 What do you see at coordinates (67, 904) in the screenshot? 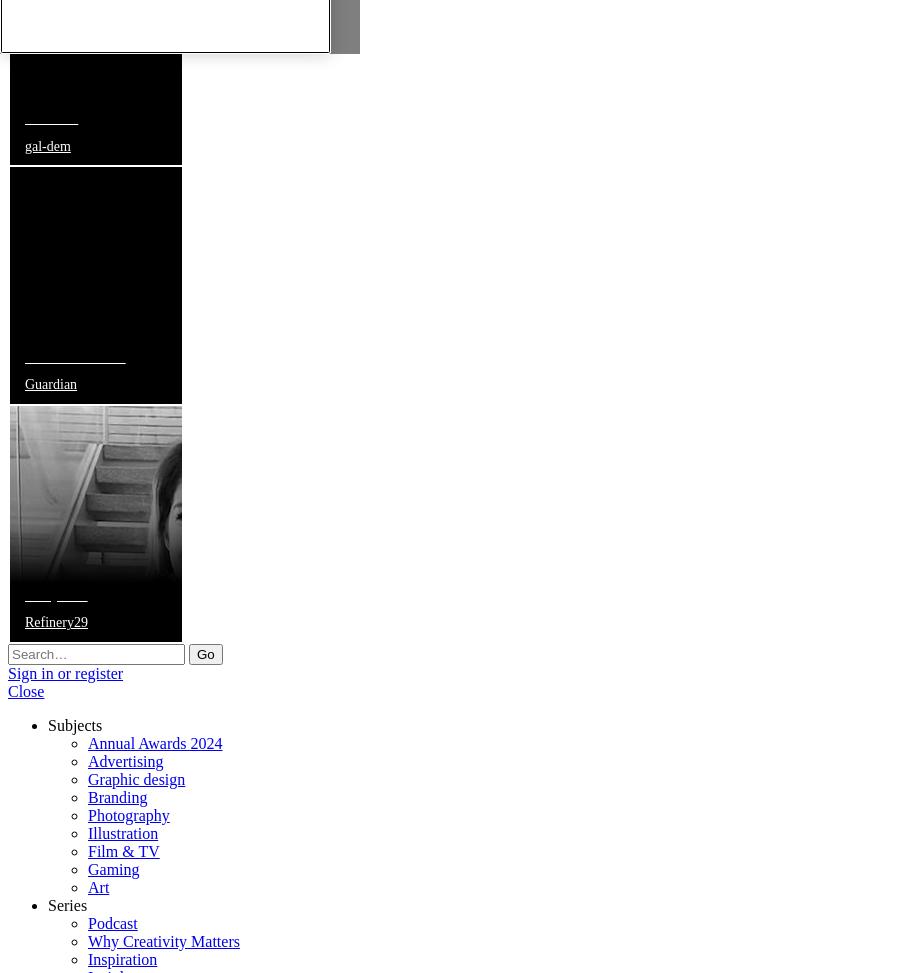
I see `'Series'` at bounding box center [67, 904].